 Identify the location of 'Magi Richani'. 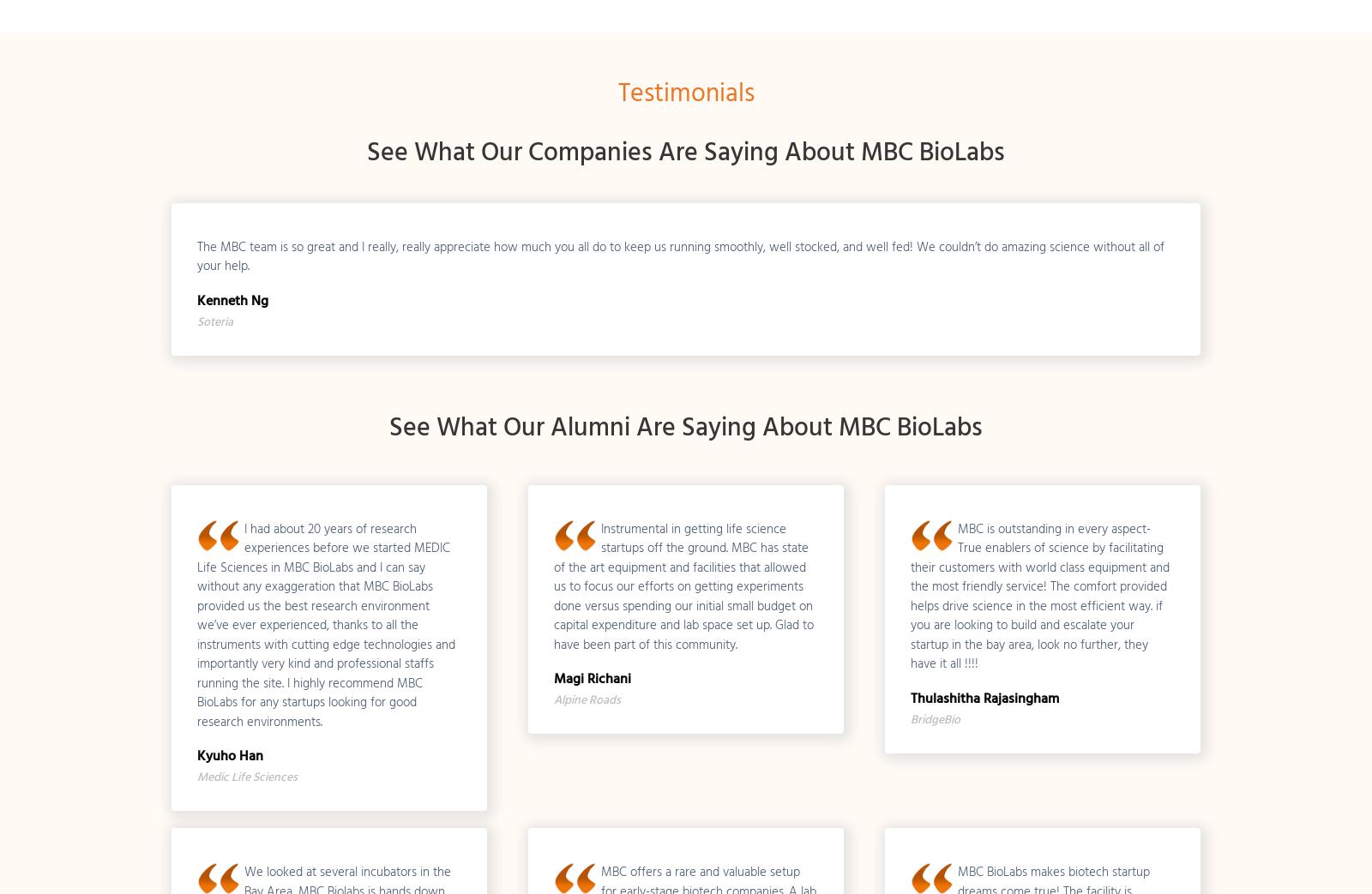
(592, 677).